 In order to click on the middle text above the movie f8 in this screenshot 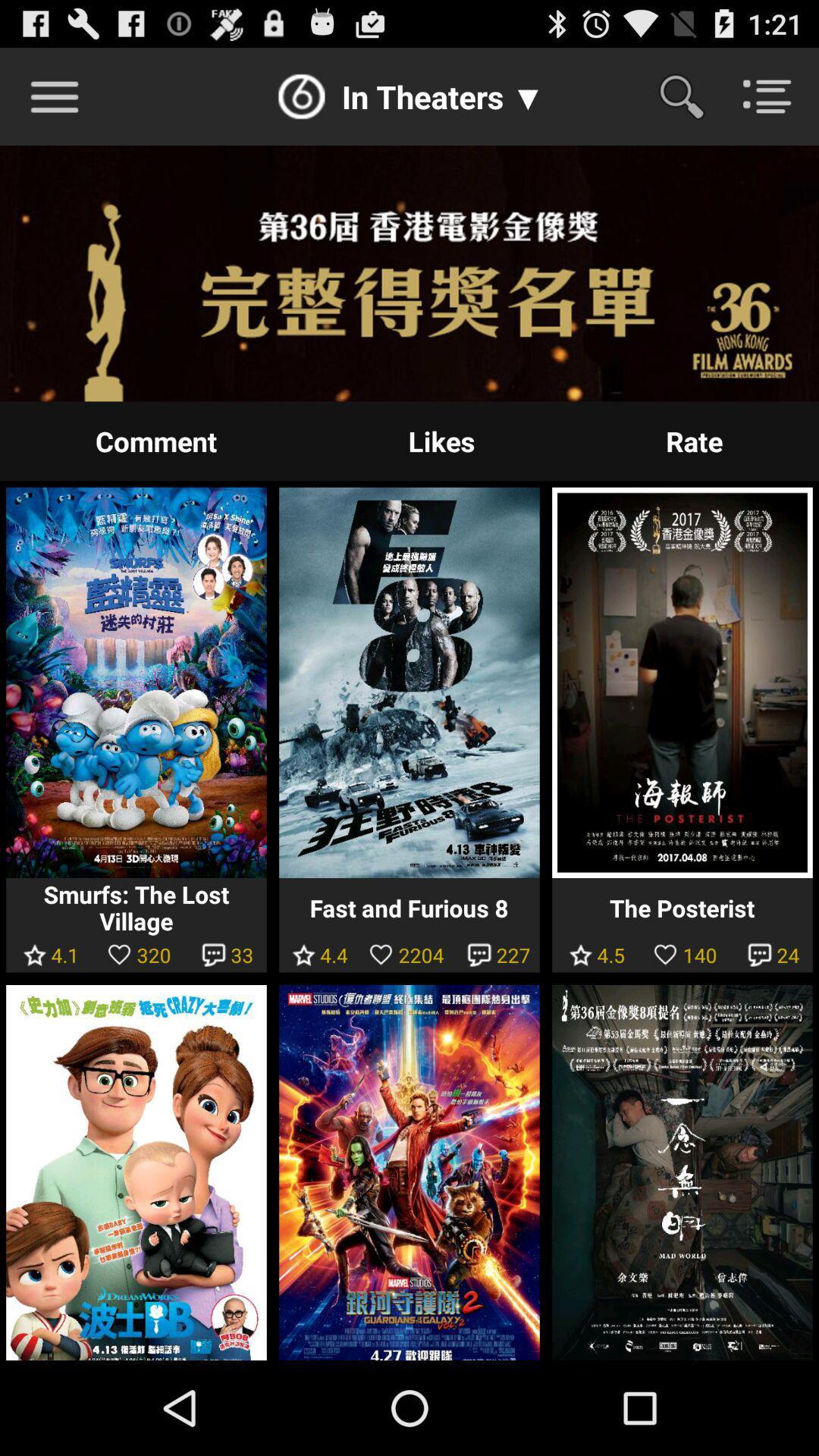, I will do `click(441, 440)`.